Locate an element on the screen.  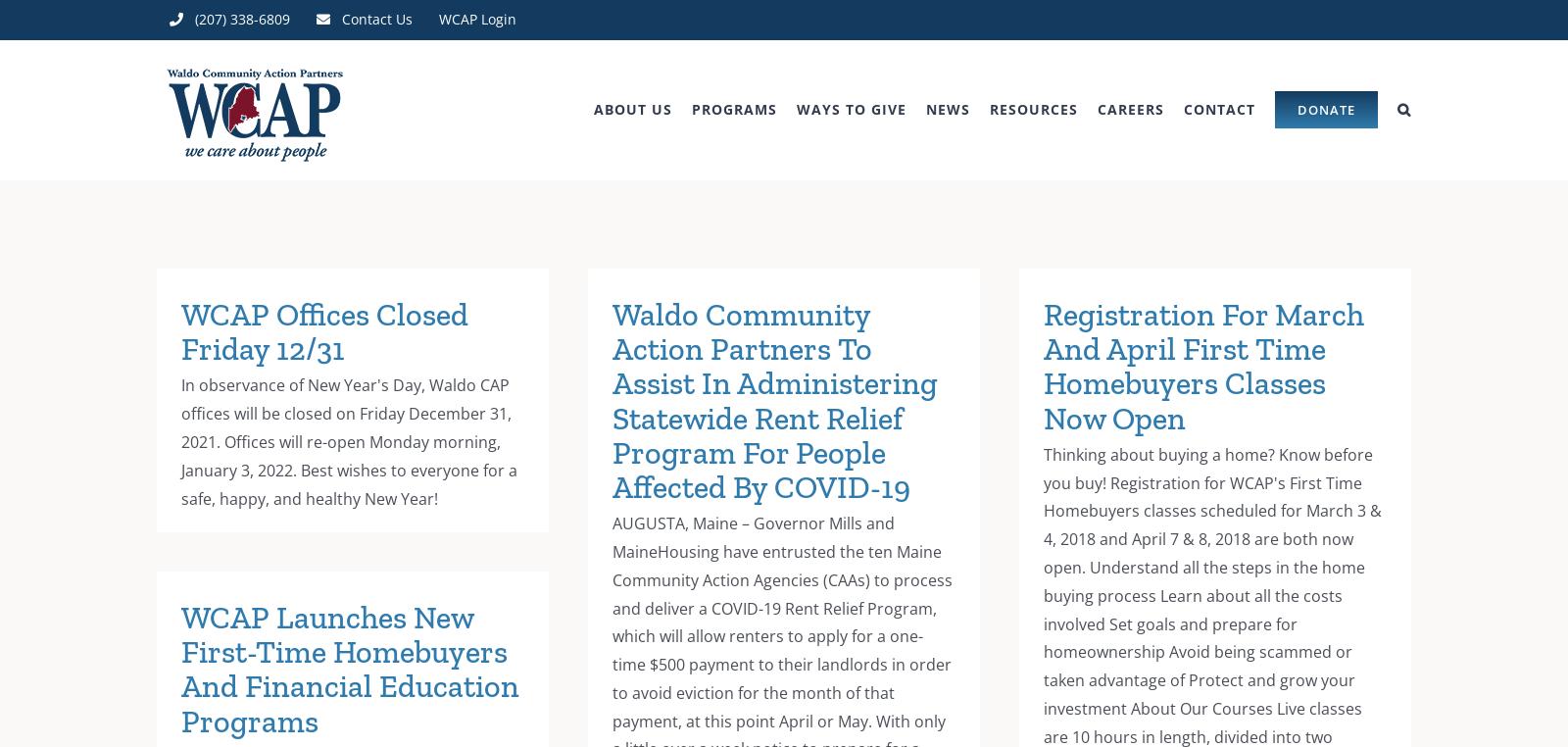
'E-newsletter sign up' is located at coordinates (1012, 209).